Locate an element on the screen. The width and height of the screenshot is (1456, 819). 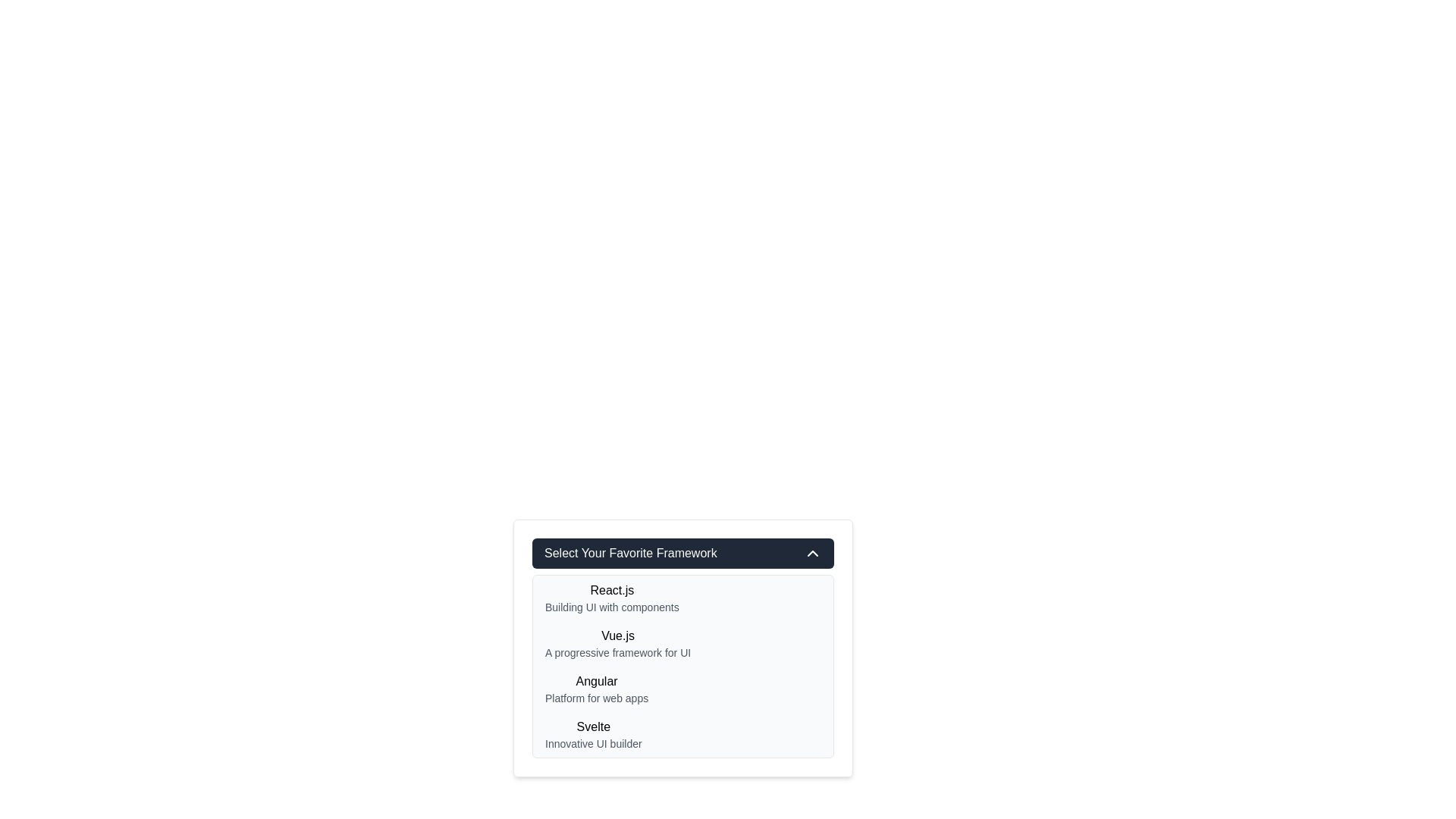
the 'Svelte' option in the dropdown menu titled 'Select Your Favorite Framework' is located at coordinates (592, 733).